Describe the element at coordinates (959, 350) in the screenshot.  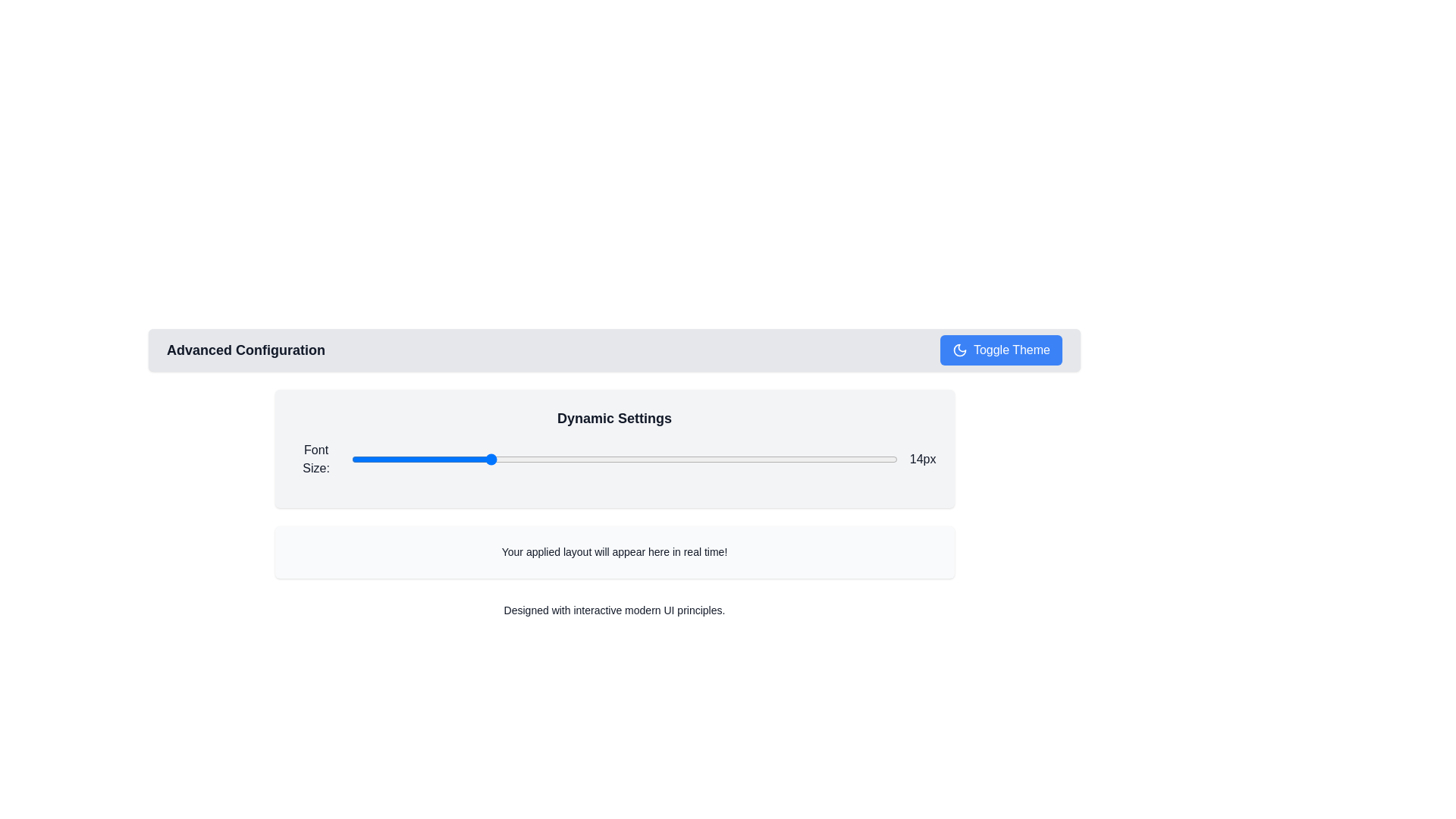
I see `the moon icon within the 'Toggle Theme' button, which signifies a dark or night mode toggle` at that location.